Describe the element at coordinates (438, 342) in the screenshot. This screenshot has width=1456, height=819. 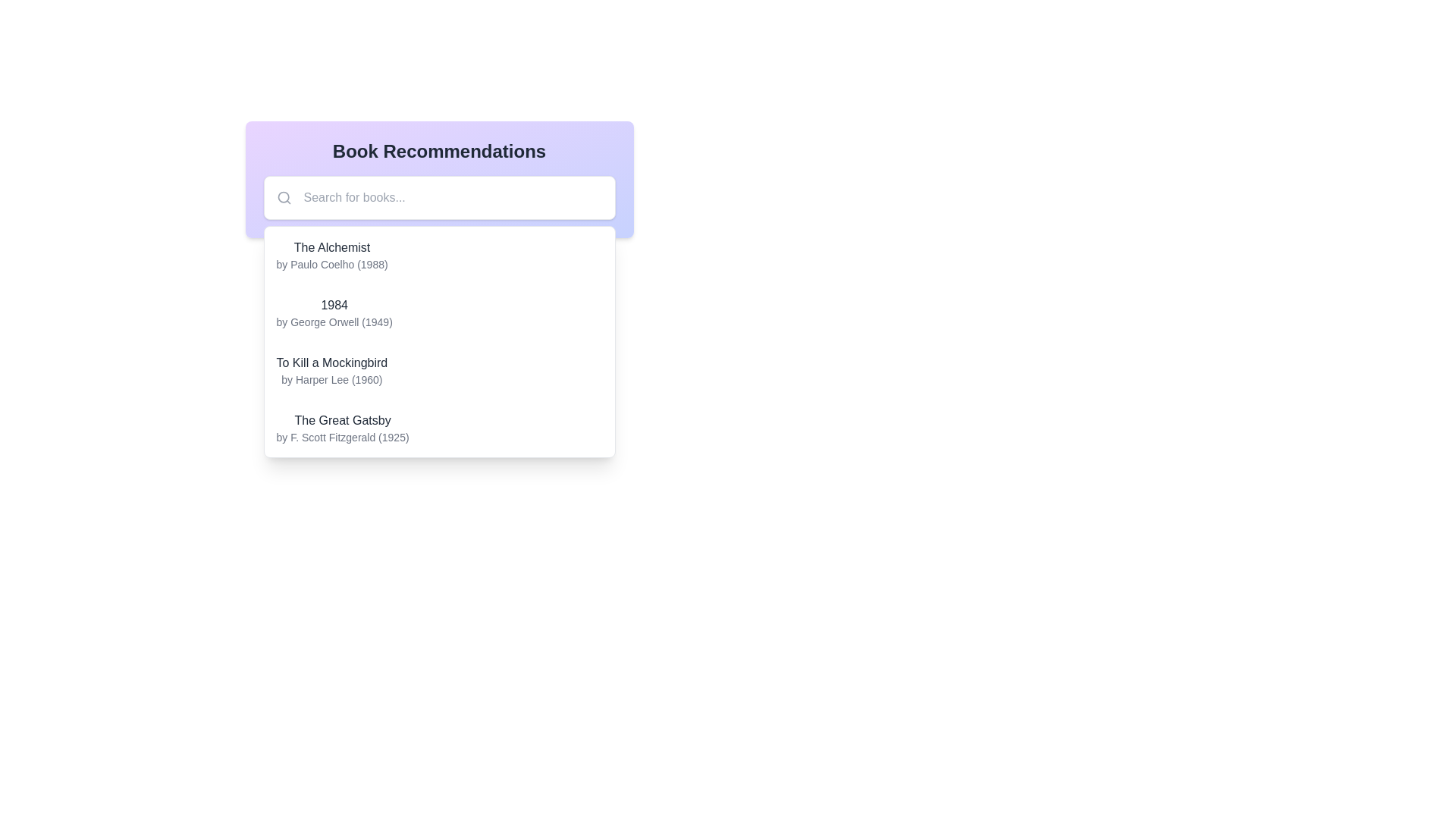
I see `the dropdown list of book recommendations positioned below the search bar to interact with it` at that location.